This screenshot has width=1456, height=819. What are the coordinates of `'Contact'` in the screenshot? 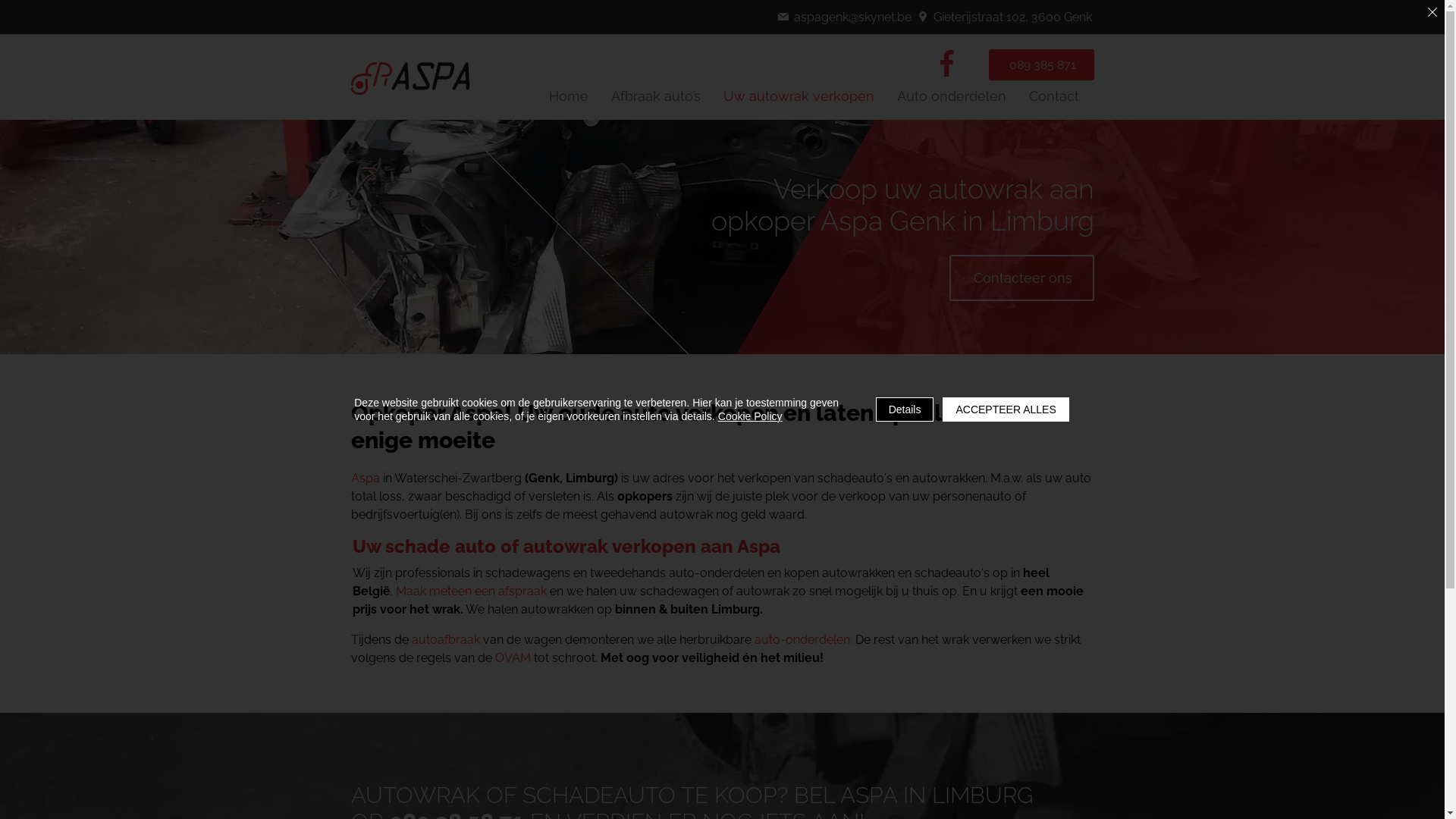 It's located at (1052, 96).